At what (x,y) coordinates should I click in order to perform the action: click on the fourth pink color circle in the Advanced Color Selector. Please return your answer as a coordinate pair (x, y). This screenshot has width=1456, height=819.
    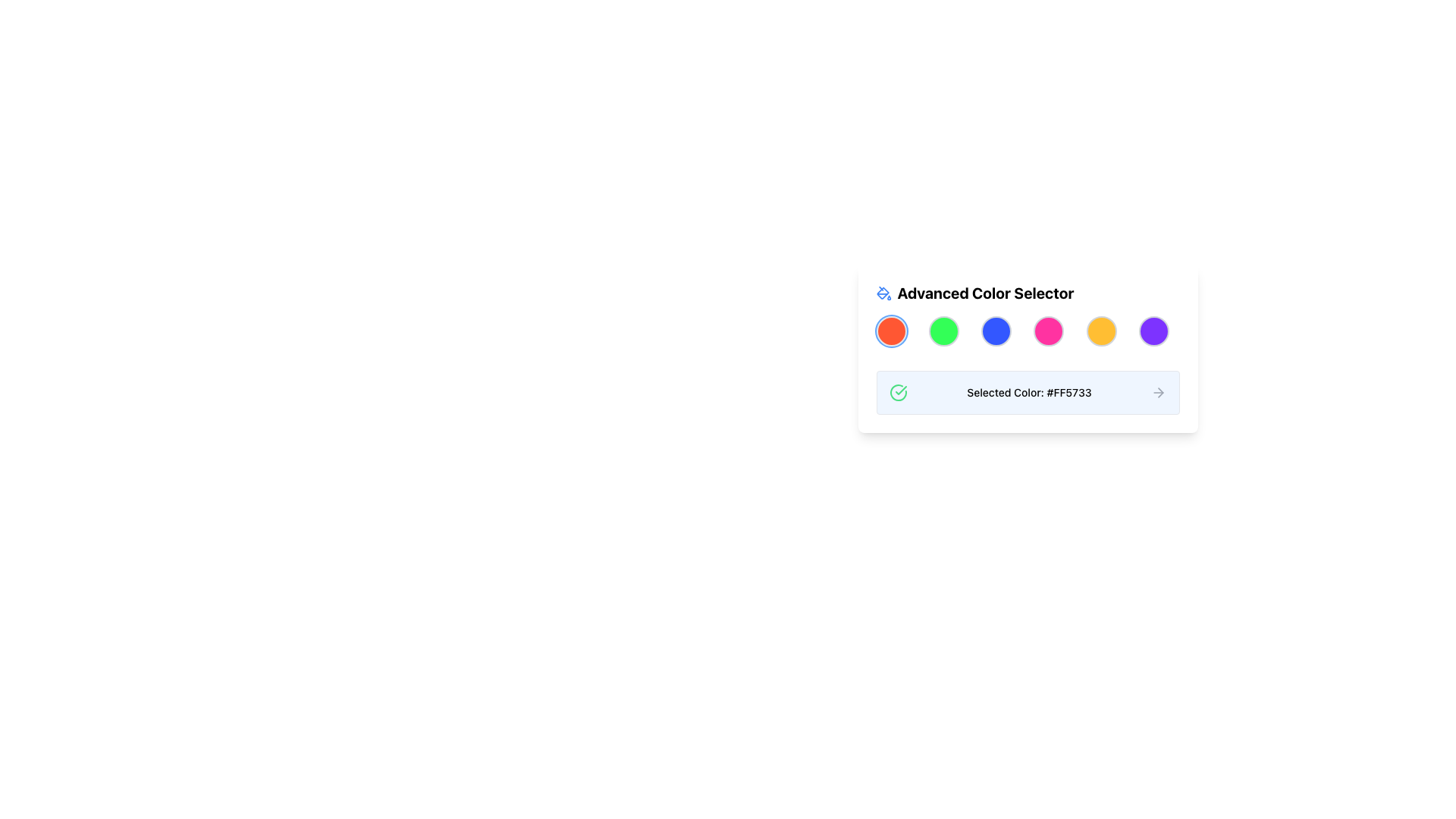
    Looking at the image, I should click on (1048, 330).